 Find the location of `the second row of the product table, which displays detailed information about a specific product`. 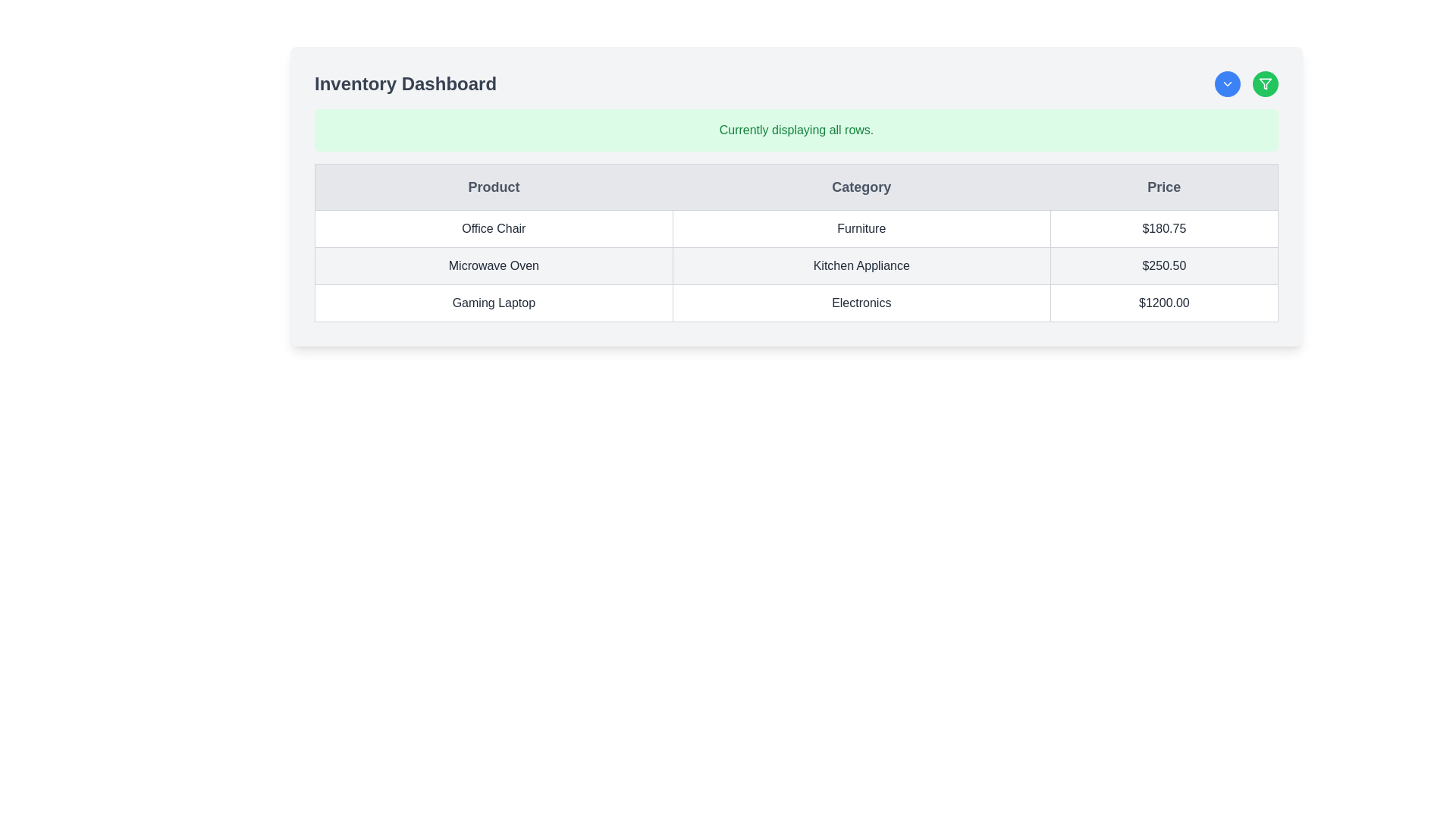

the second row of the product table, which displays detailed information about a specific product is located at coordinates (795, 265).